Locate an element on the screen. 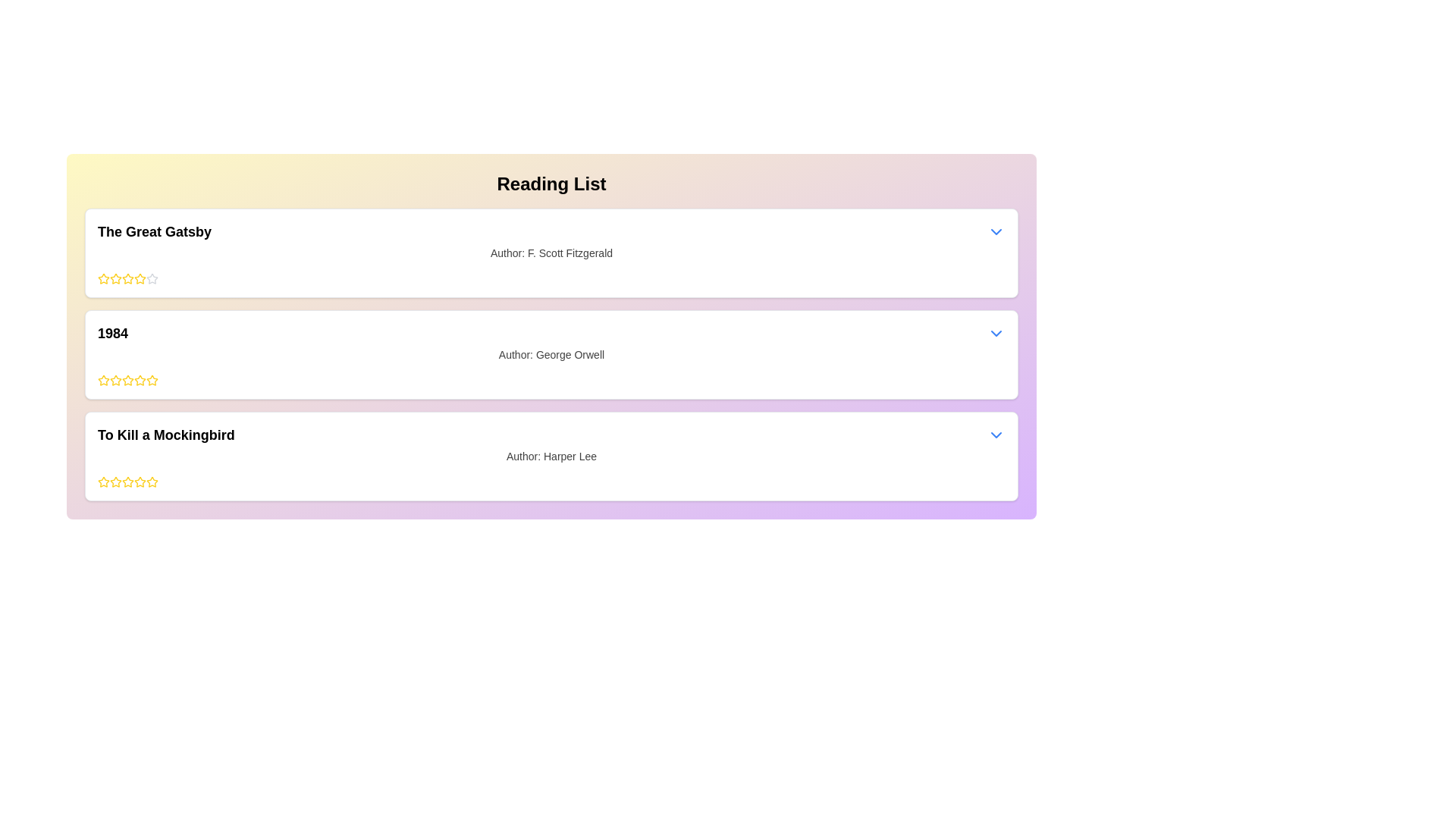  the Static Text Label that represents the title of a book or list item, located at the center of the viewport in the middle slot of three visible list entries is located at coordinates (111, 332).